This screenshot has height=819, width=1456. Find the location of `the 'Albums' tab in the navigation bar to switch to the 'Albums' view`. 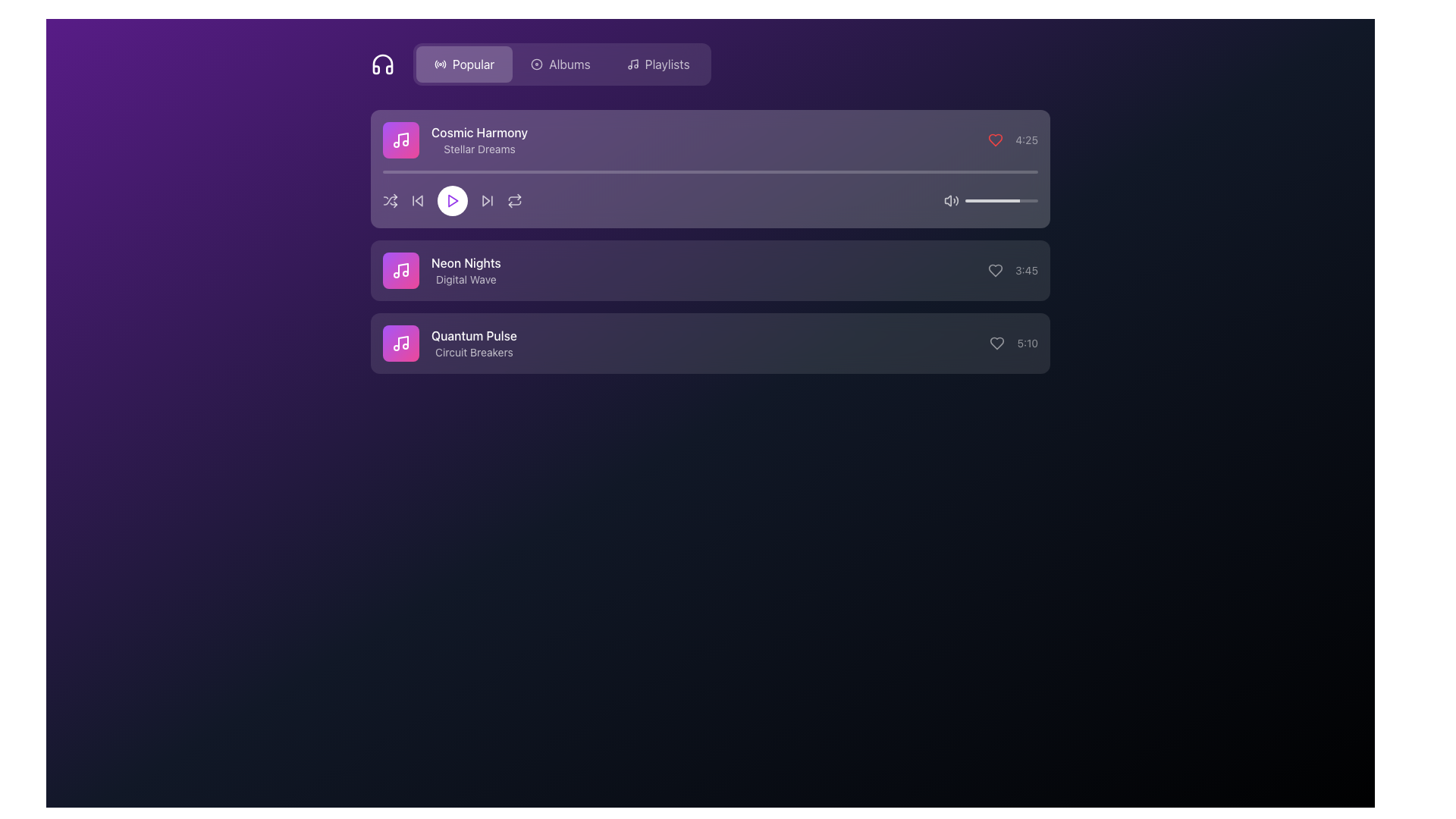

the 'Albums' tab in the navigation bar to switch to the 'Albums' view is located at coordinates (561, 63).